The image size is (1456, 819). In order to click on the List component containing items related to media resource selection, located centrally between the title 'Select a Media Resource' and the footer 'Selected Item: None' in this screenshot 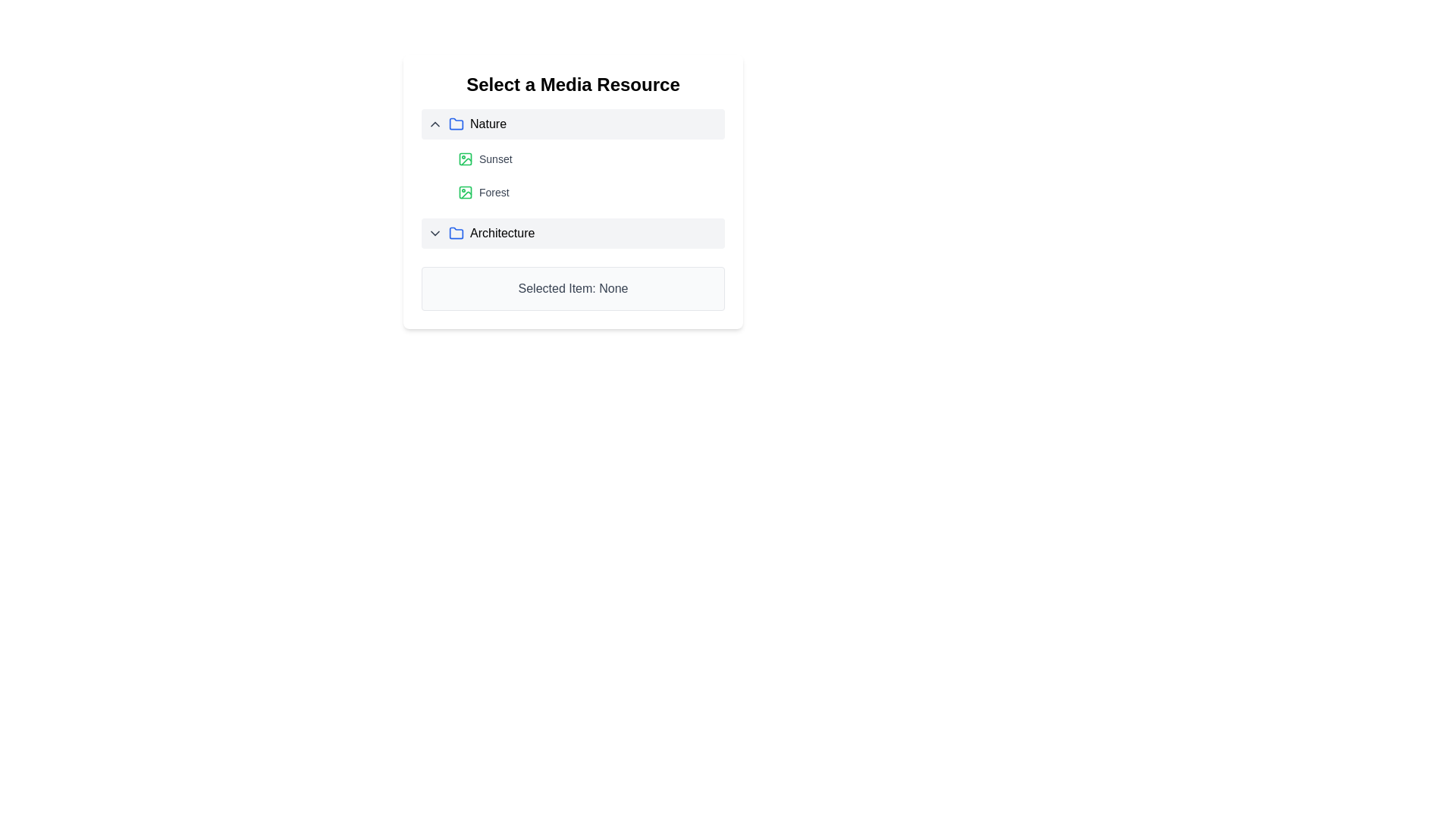, I will do `click(572, 177)`.